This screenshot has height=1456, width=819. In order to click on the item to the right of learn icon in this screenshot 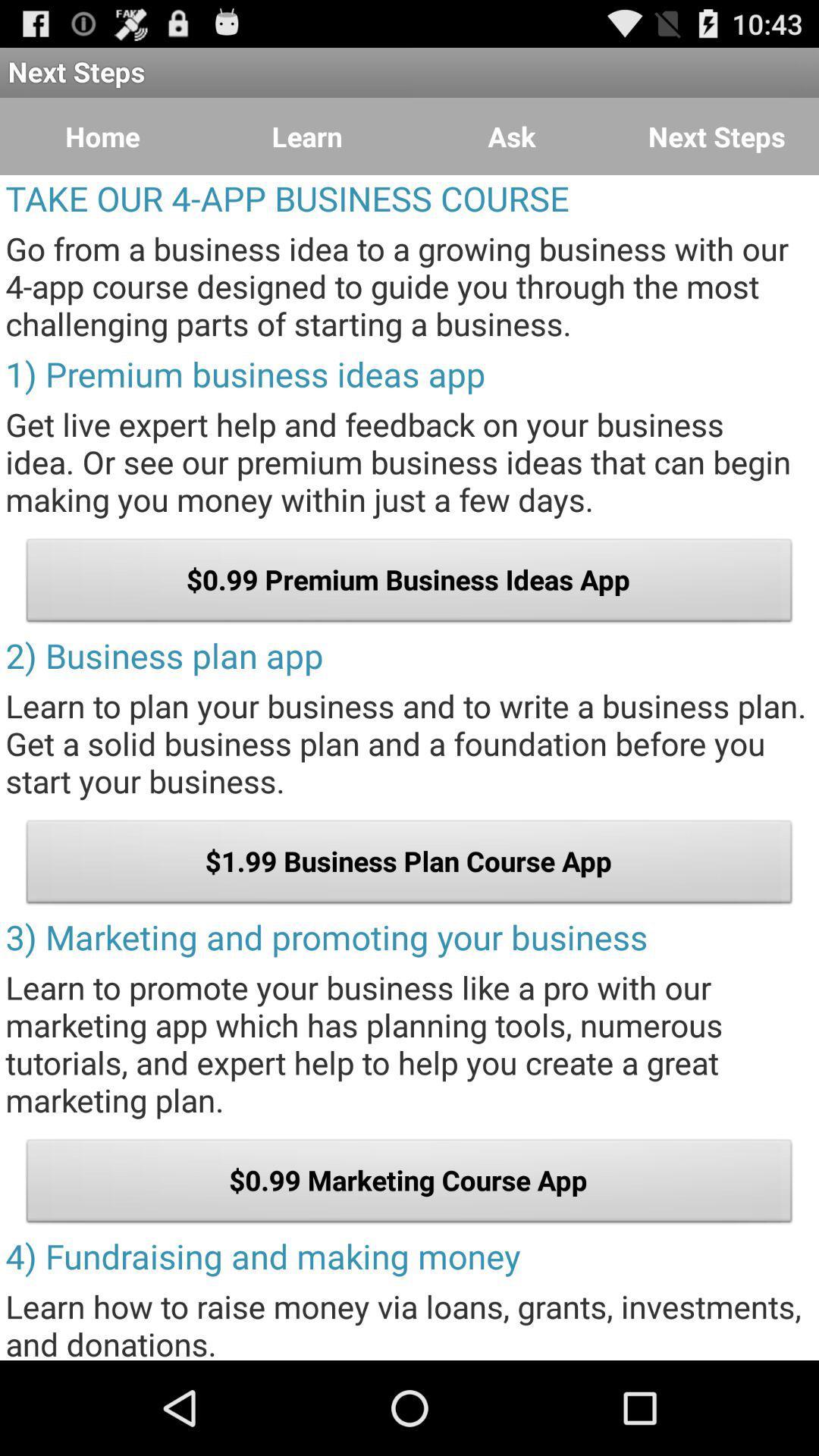, I will do `click(512, 136)`.